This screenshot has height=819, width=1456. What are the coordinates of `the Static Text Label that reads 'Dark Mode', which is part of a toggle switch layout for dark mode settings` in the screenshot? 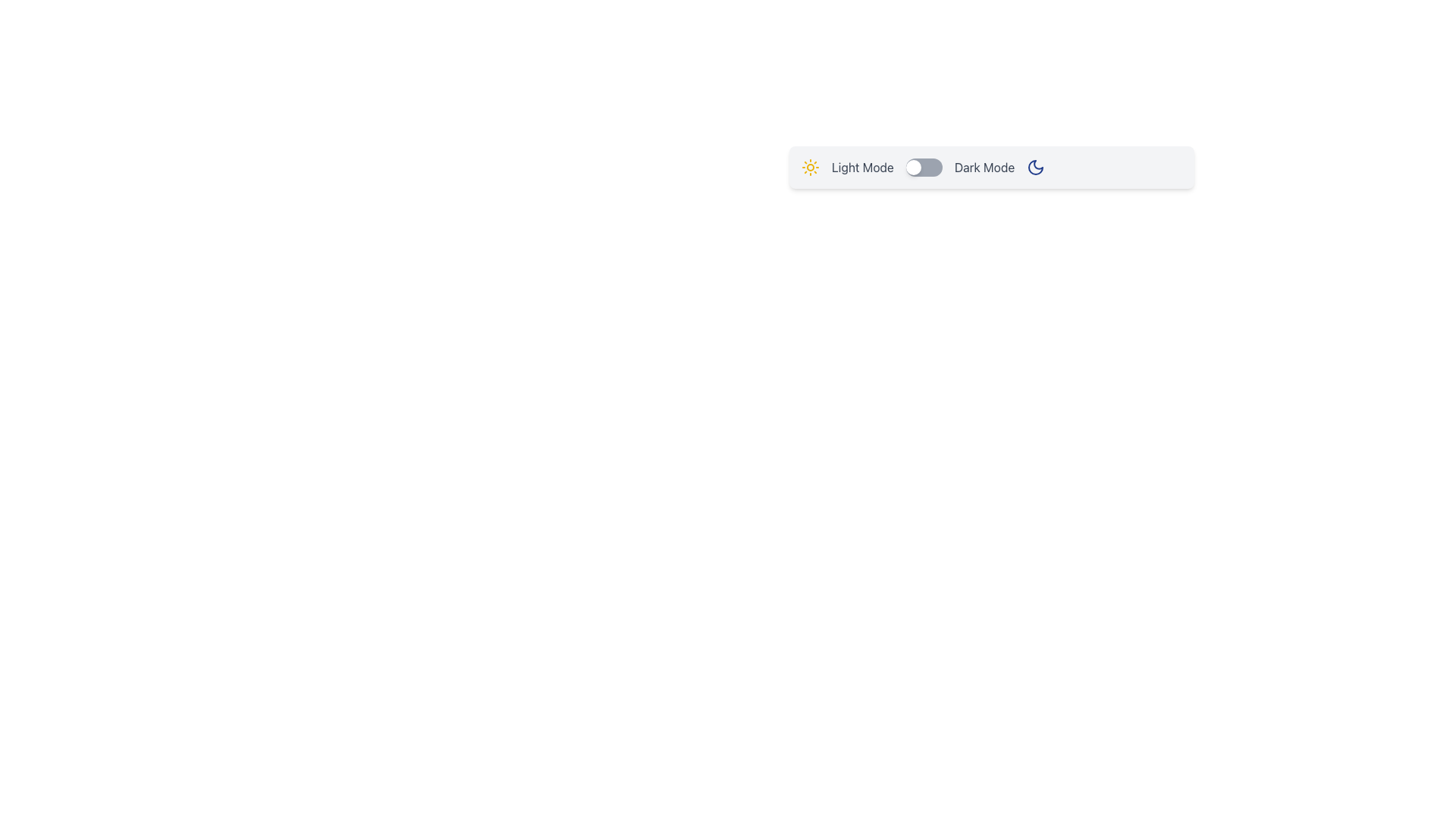 It's located at (984, 167).